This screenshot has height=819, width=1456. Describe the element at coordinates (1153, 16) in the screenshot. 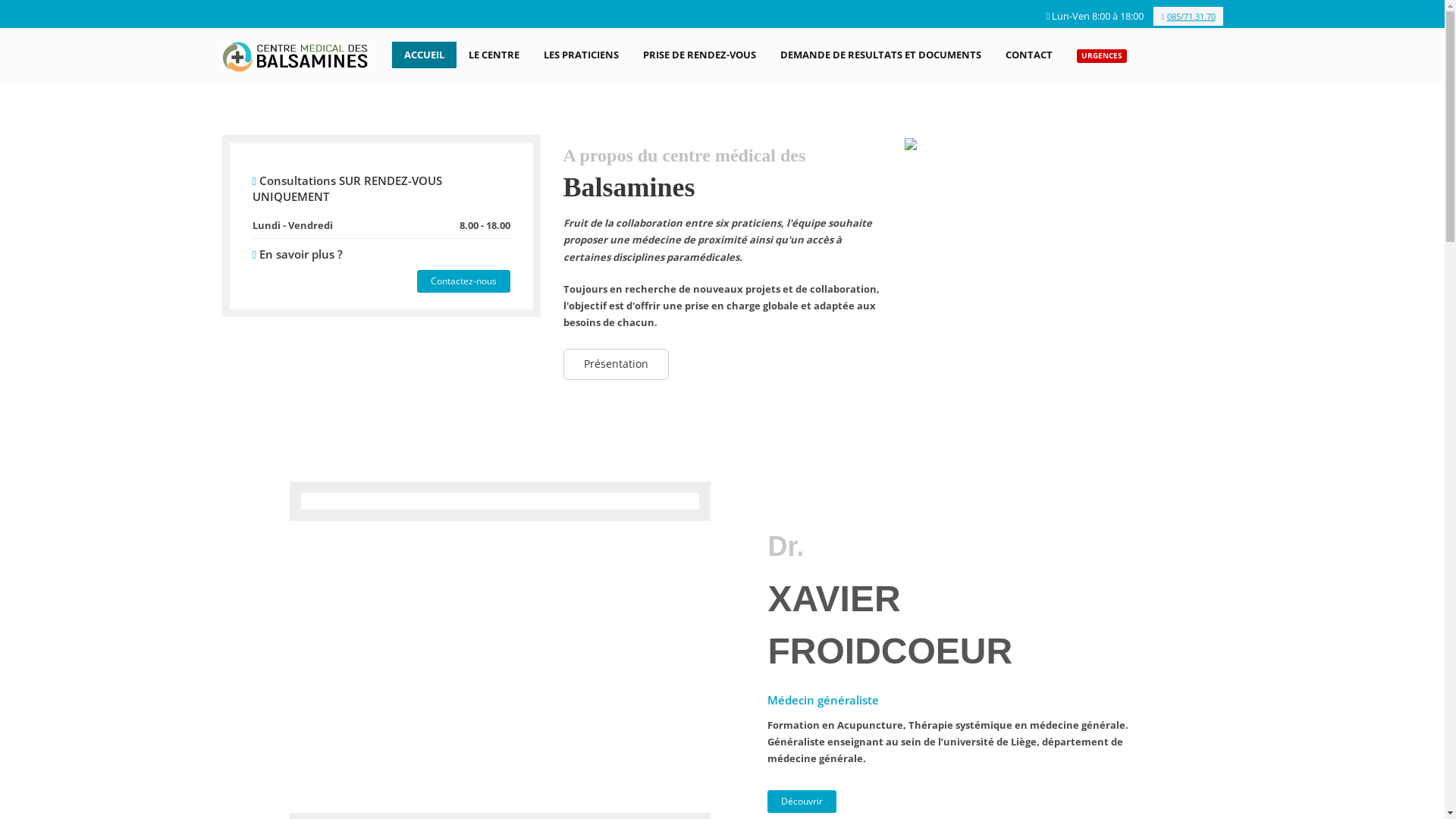

I see `'085/71.31.70'` at that location.